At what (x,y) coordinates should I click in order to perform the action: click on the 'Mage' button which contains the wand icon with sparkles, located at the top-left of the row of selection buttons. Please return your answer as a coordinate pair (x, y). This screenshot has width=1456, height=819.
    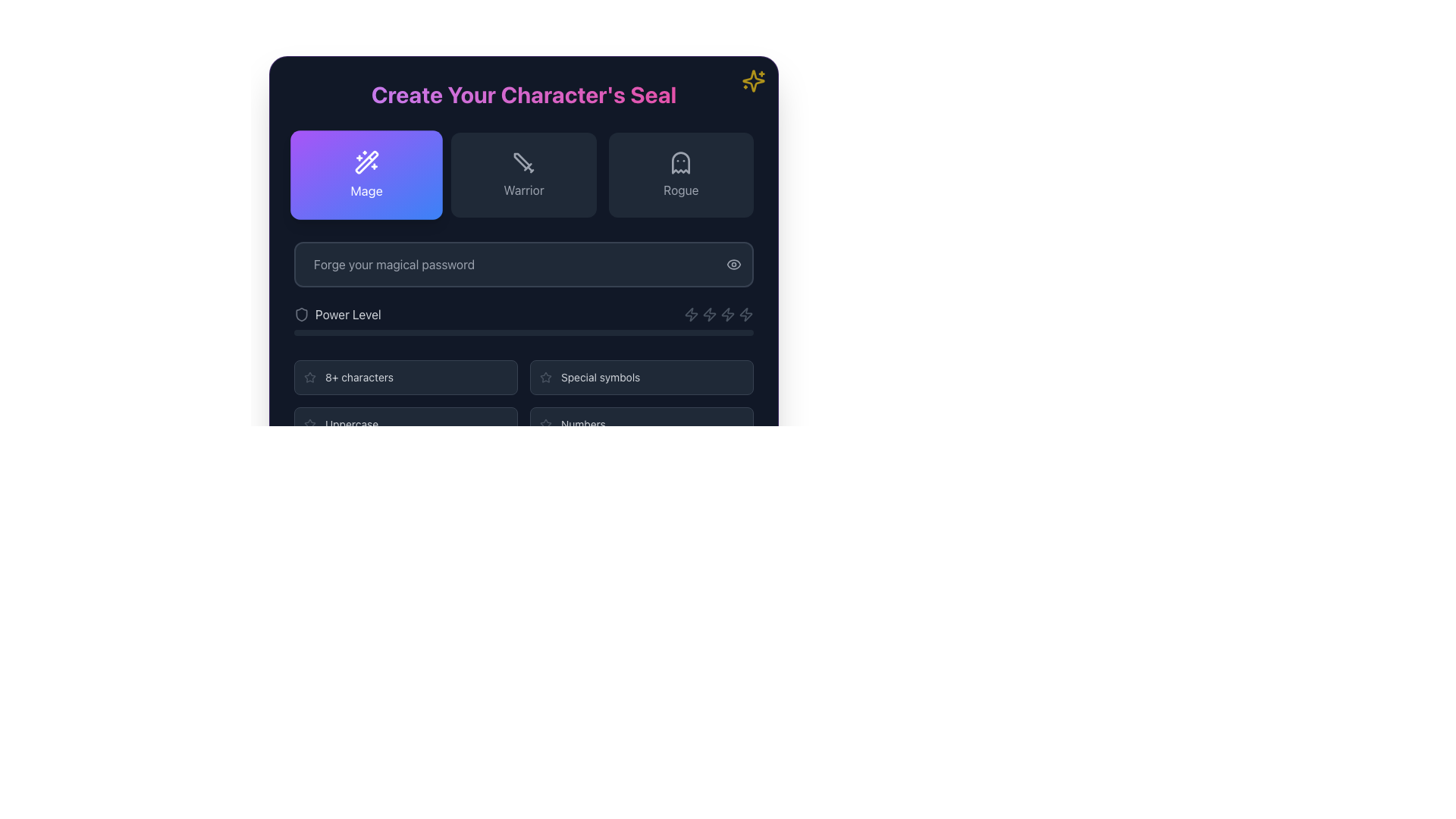
    Looking at the image, I should click on (366, 162).